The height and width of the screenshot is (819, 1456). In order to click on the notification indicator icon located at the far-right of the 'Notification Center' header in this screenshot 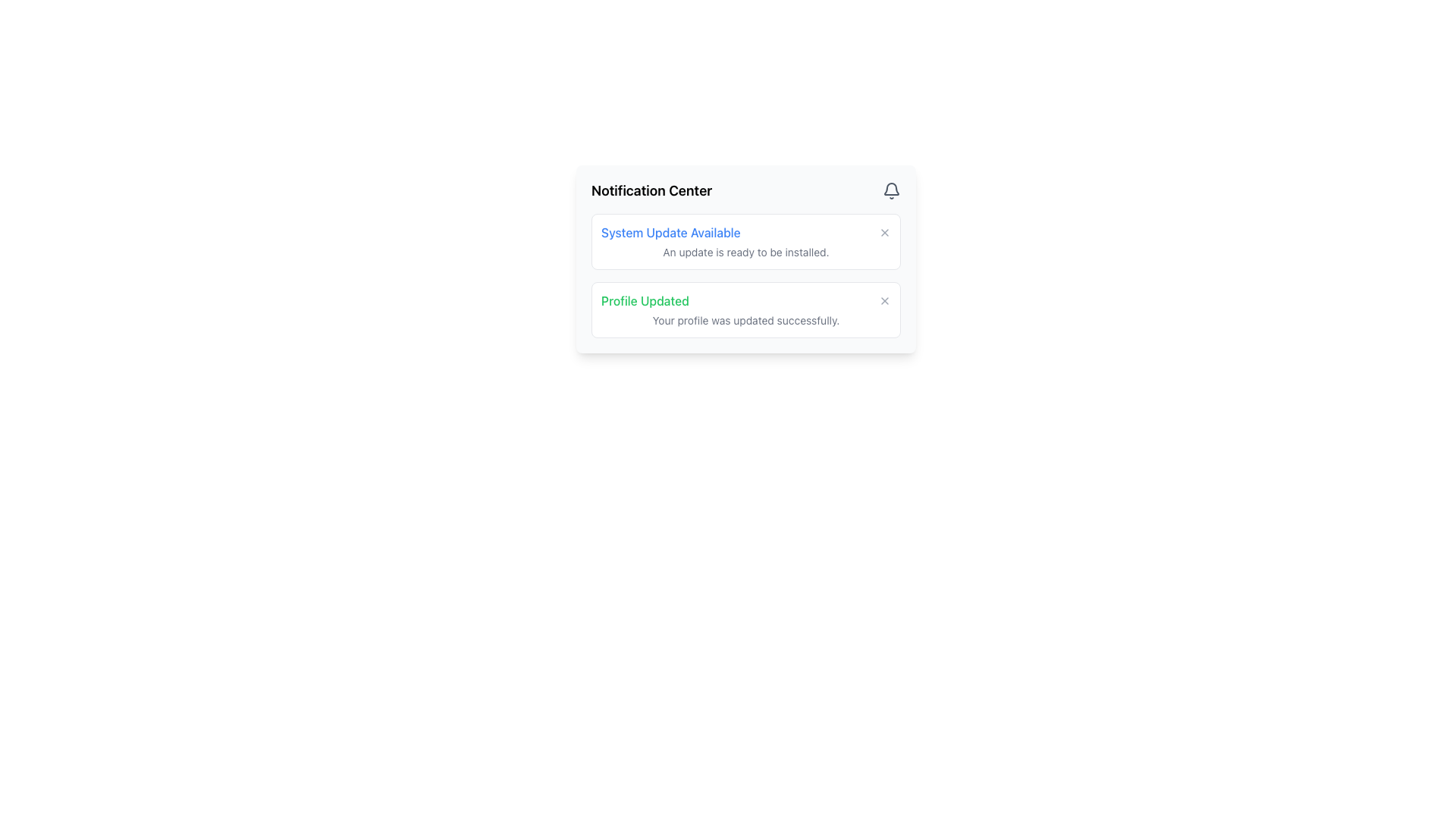, I will do `click(892, 190)`.